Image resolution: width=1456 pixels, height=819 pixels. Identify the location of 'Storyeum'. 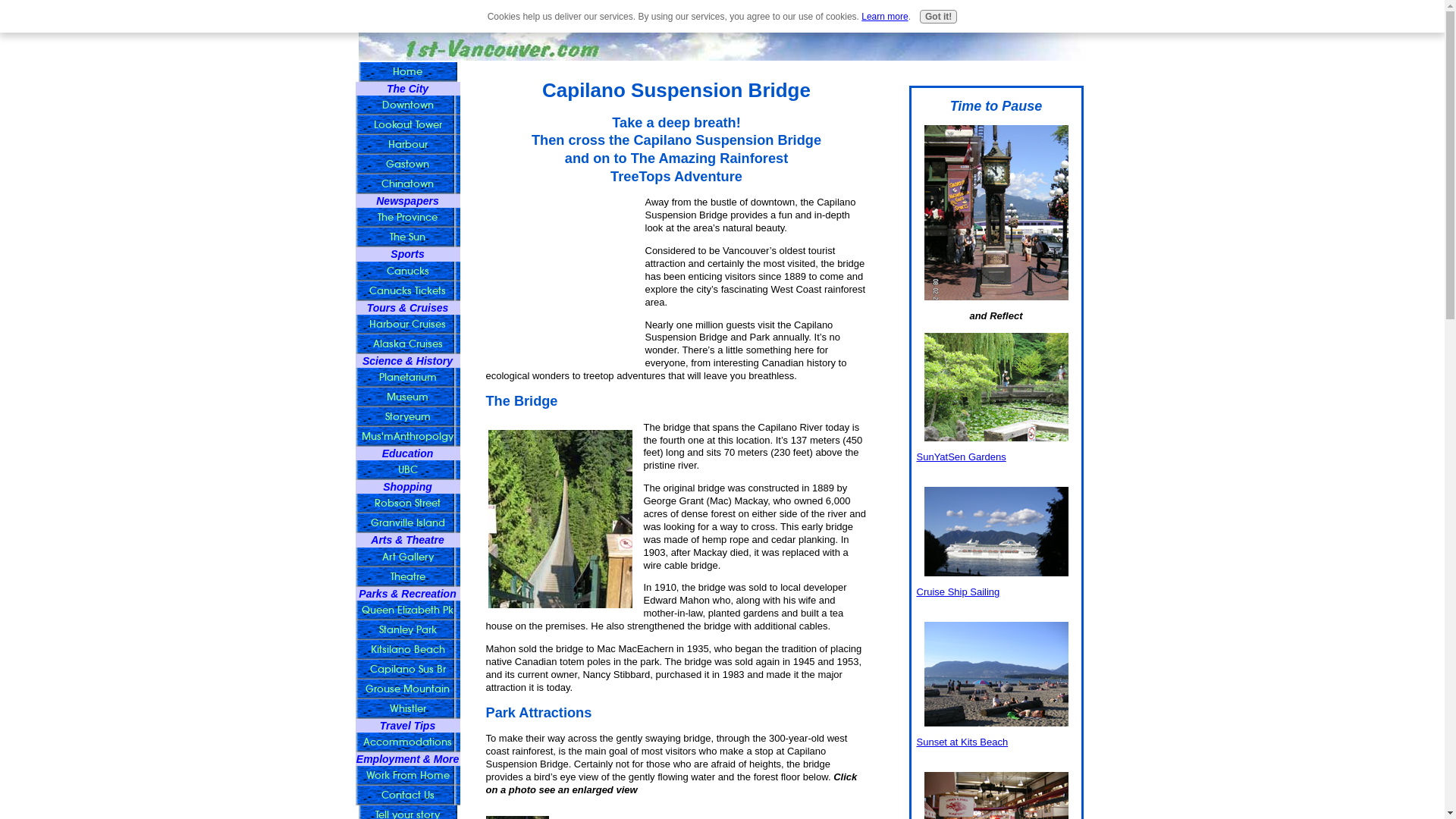
(407, 417).